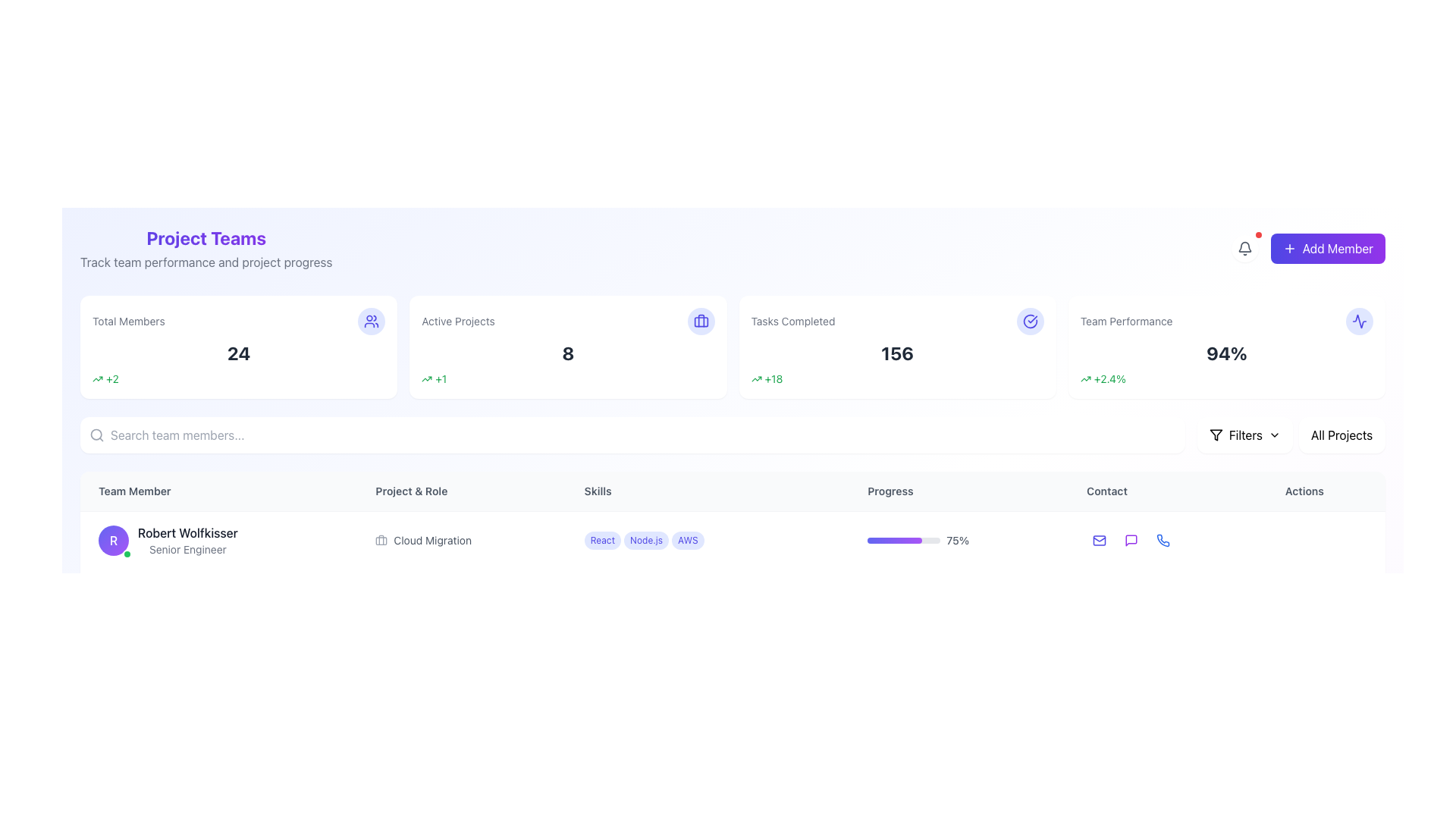 This screenshot has width=1456, height=819. I want to click on the small circular icon with a light indigo background and a briefcase symbol, located in the 'Active Projects' section next to the number '8', so click(700, 321).